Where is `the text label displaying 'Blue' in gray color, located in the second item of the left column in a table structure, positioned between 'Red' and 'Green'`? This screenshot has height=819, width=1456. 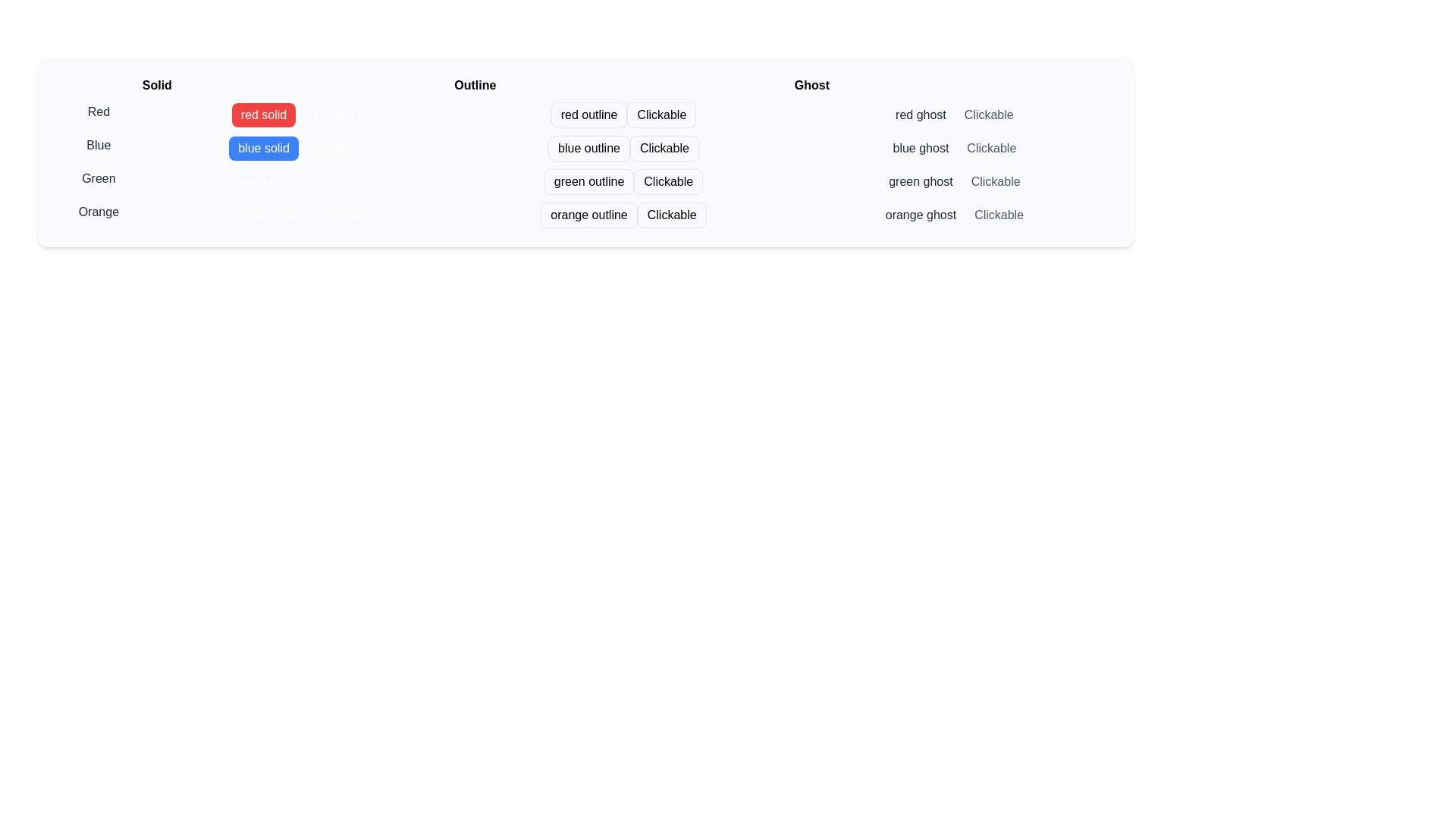
the text label displaying 'Blue' in gray color, located in the second item of the left column in a table structure, positioned between 'Red' and 'Green' is located at coordinates (98, 146).